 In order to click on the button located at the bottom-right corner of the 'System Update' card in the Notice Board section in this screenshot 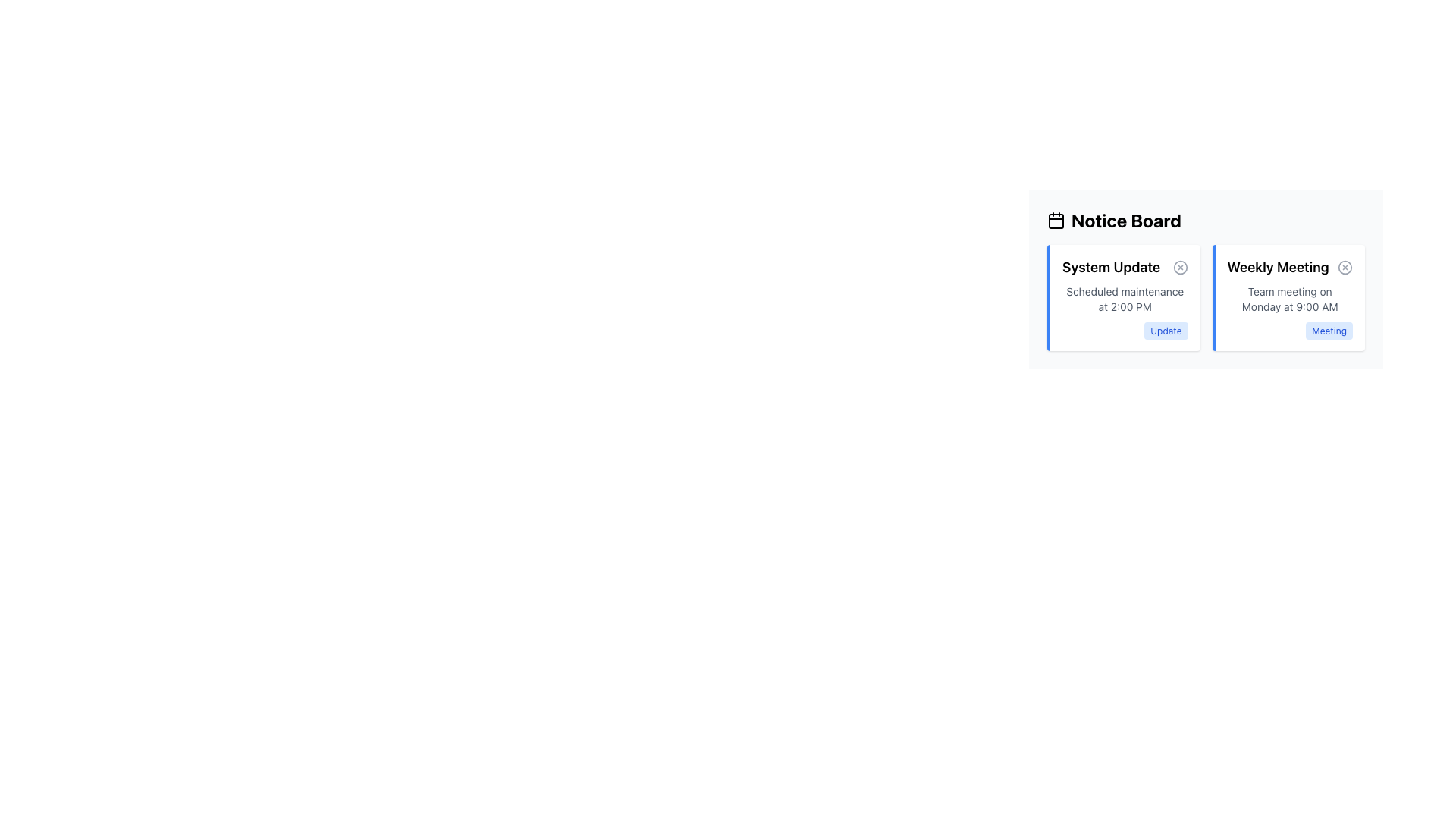, I will do `click(1165, 330)`.